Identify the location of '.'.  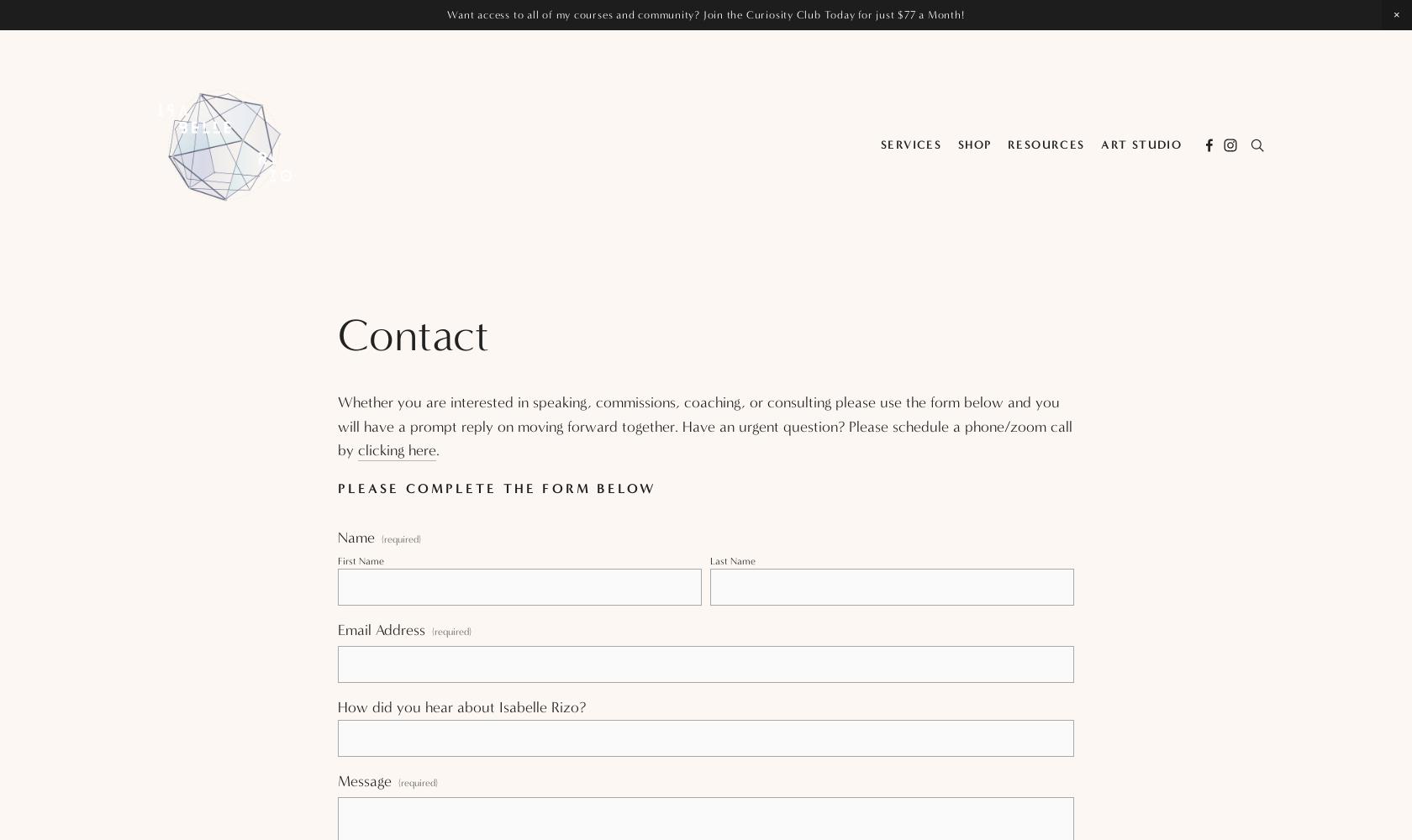
(437, 450).